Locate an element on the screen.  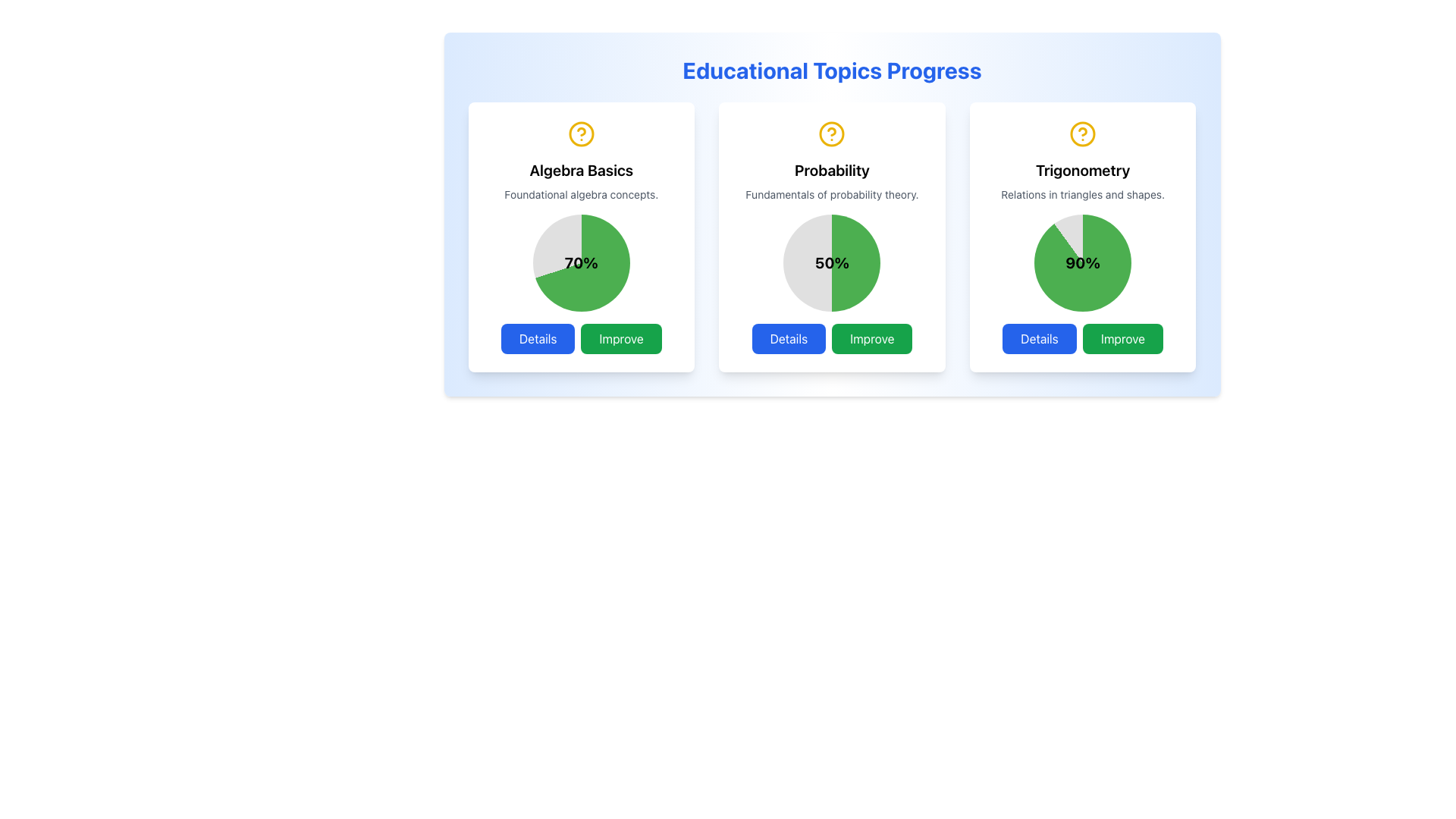
the area surrounding the text content that displays the progress percentage of the 'Probability' topic, which is located at the center of the circular progress indicator within the 'Probability' card is located at coordinates (831, 262).